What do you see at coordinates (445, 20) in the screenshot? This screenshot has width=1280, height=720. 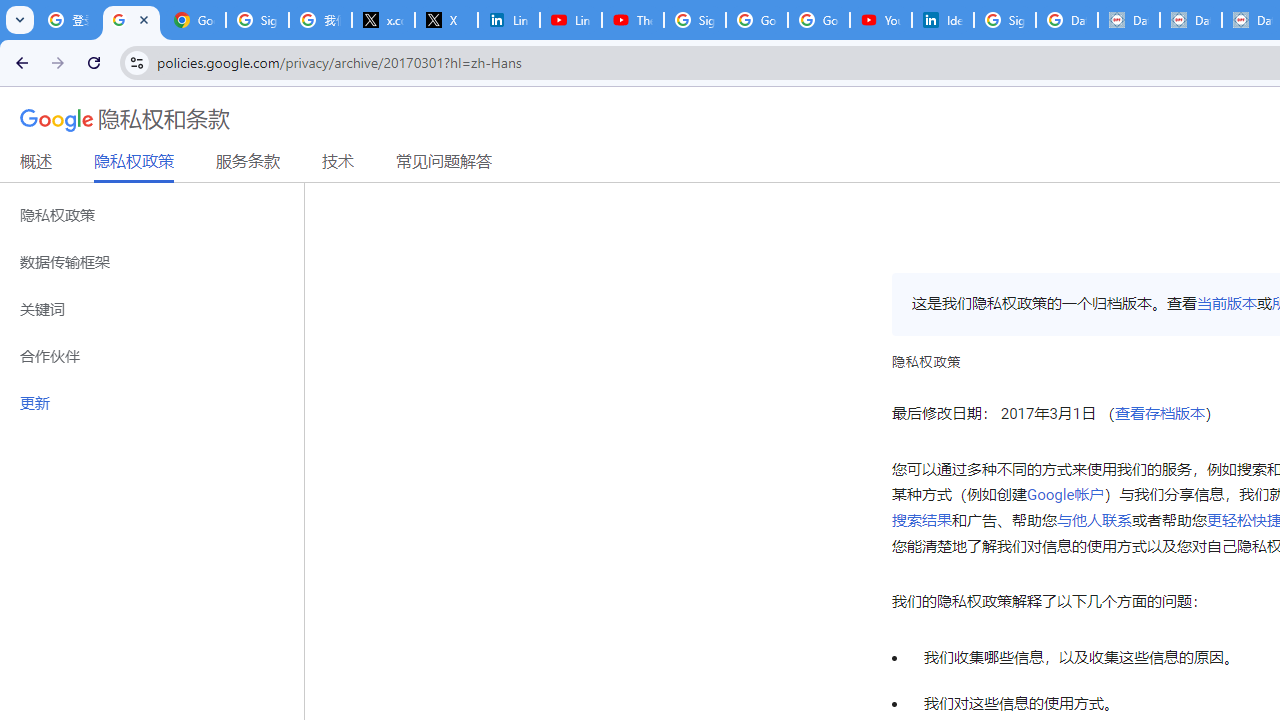 I see `'X'` at bounding box center [445, 20].